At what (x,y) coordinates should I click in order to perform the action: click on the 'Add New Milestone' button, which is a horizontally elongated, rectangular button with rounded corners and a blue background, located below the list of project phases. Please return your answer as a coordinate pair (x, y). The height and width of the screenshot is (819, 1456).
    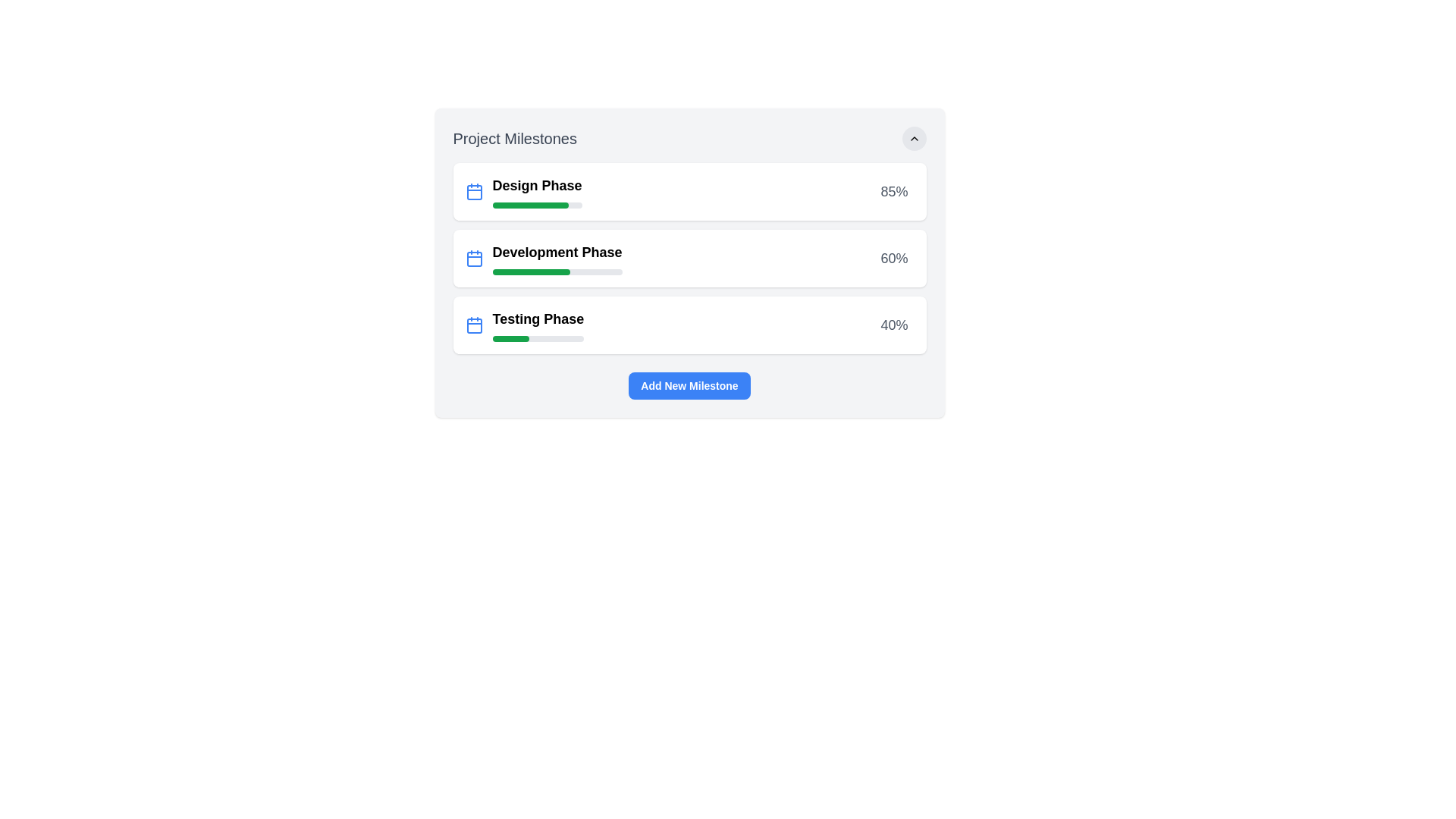
    Looking at the image, I should click on (689, 385).